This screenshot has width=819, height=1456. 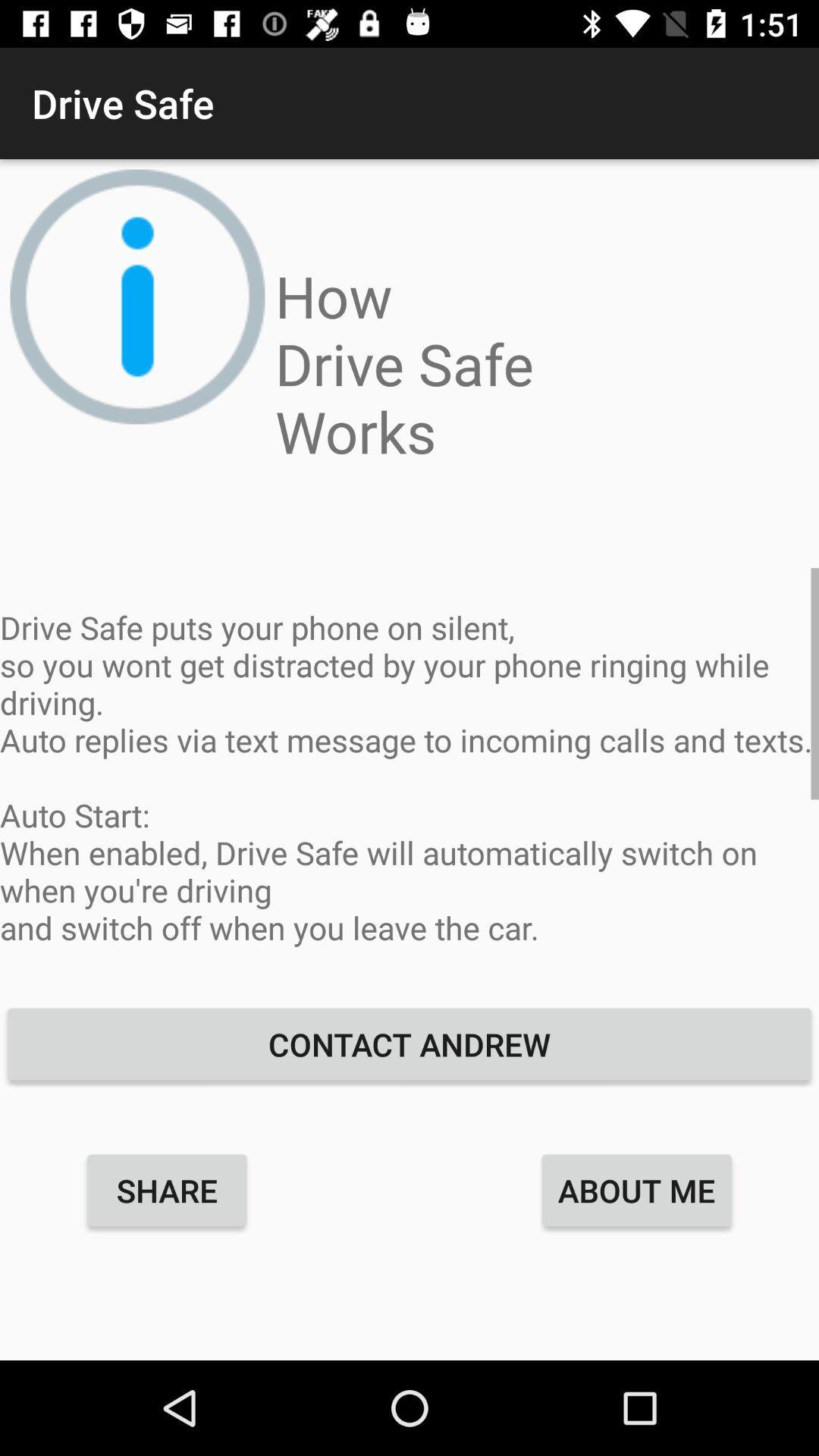 I want to click on the item to the left of about me icon, so click(x=167, y=1189).